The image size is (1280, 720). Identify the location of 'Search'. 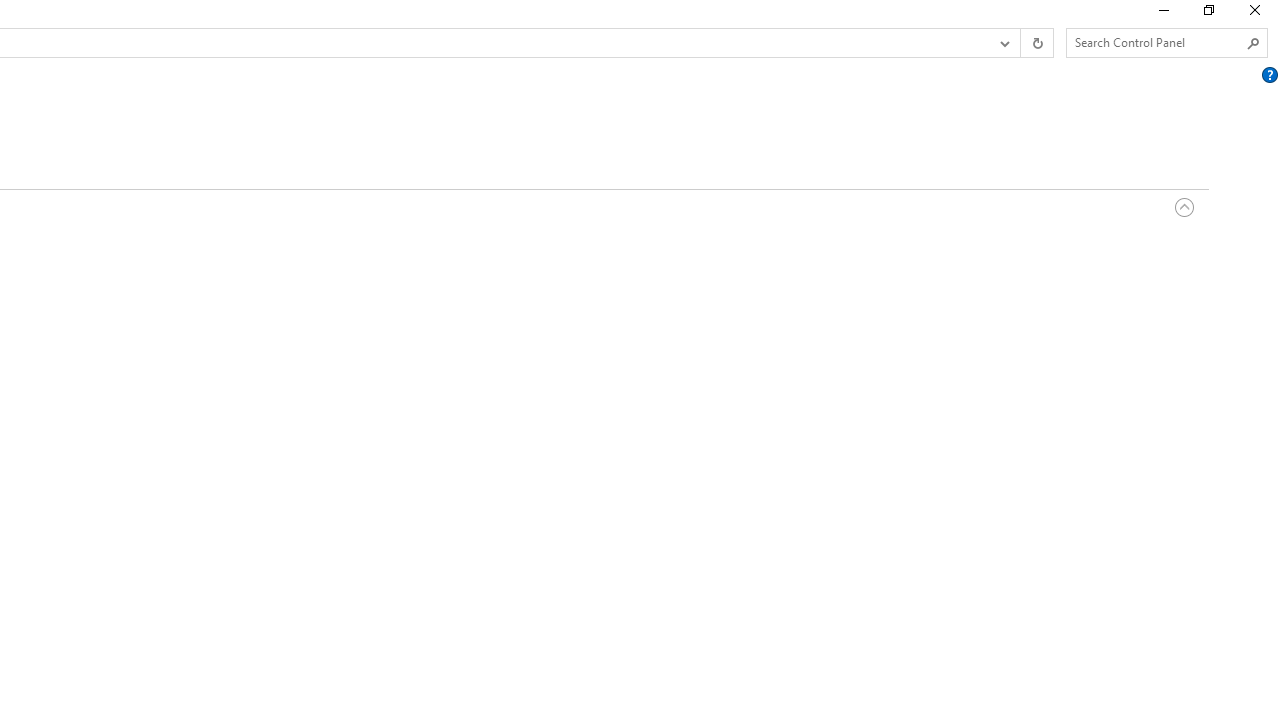
(1252, 43).